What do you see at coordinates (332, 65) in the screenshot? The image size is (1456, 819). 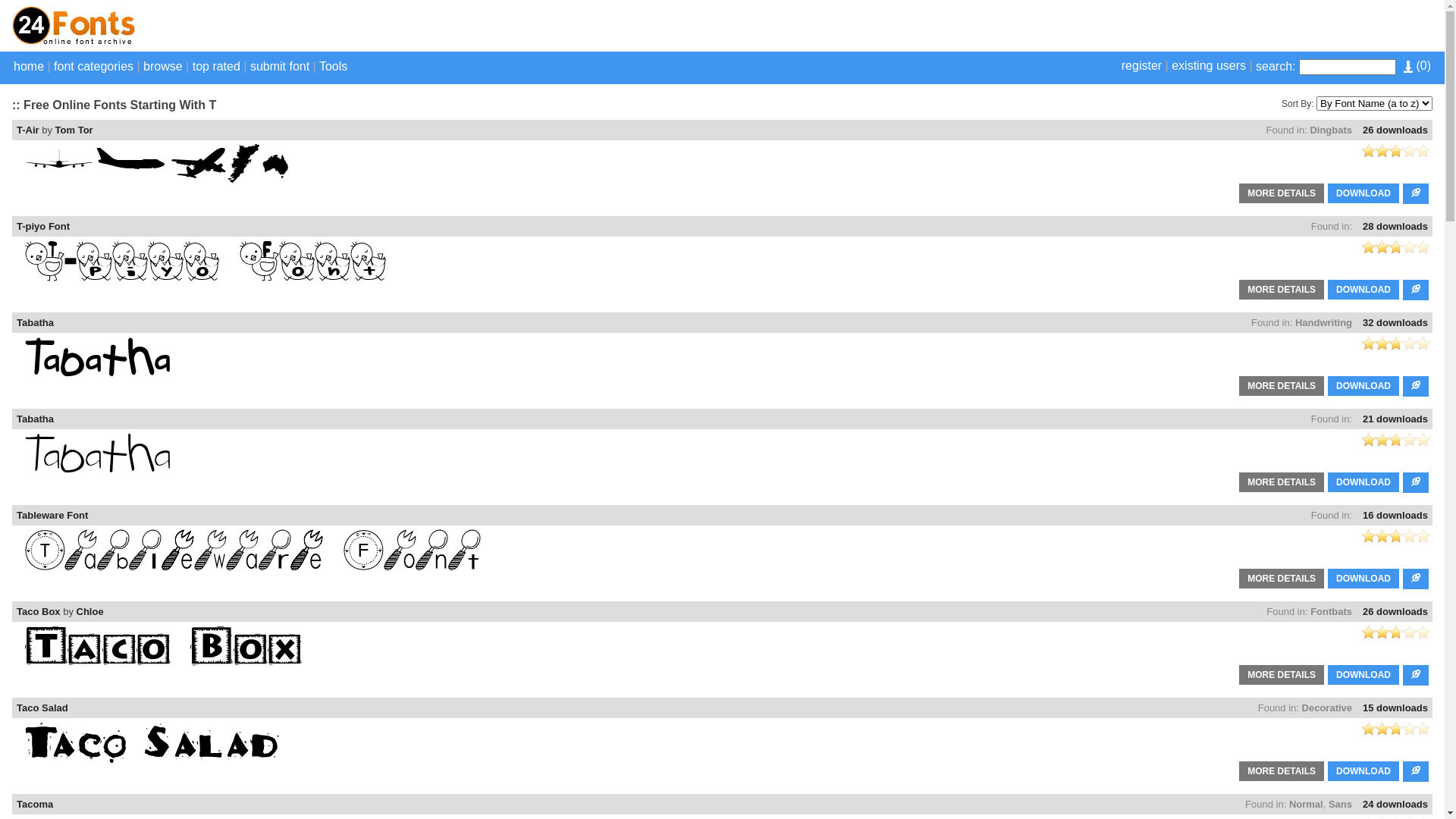 I see `'Tools'` at bounding box center [332, 65].